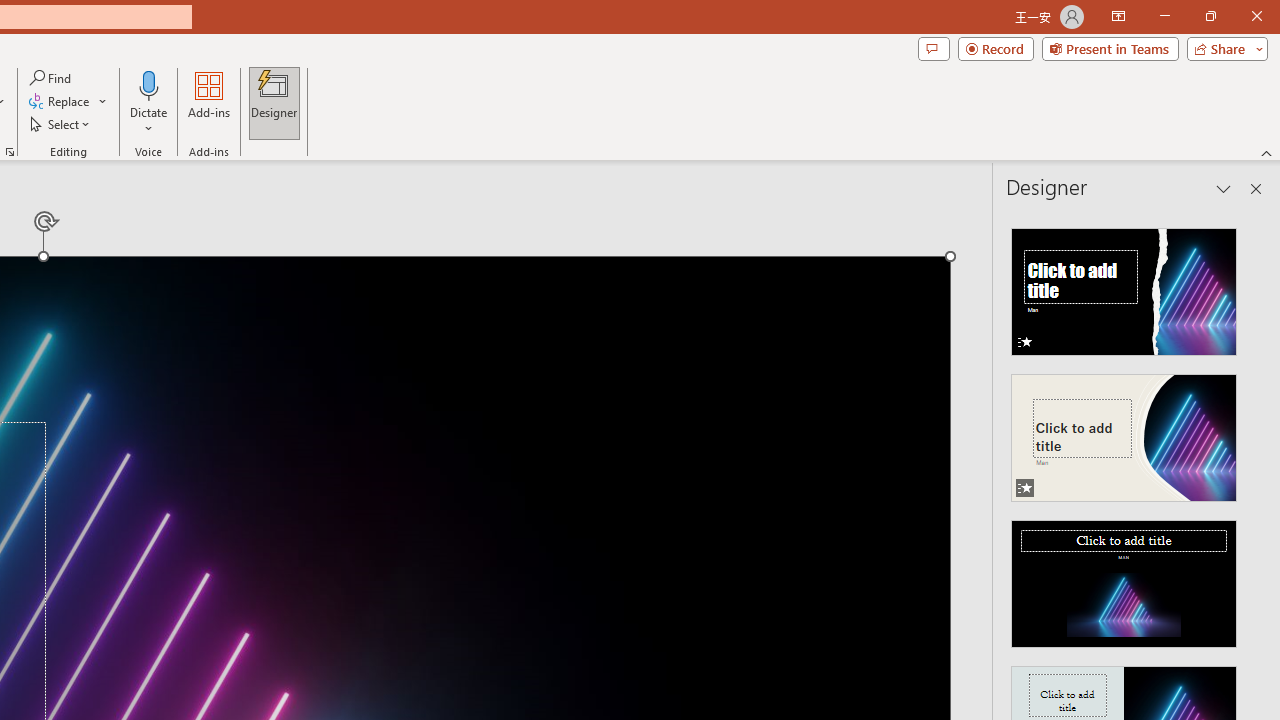  Describe the element at coordinates (61, 124) in the screenshot. I see `'Select'` at that location.